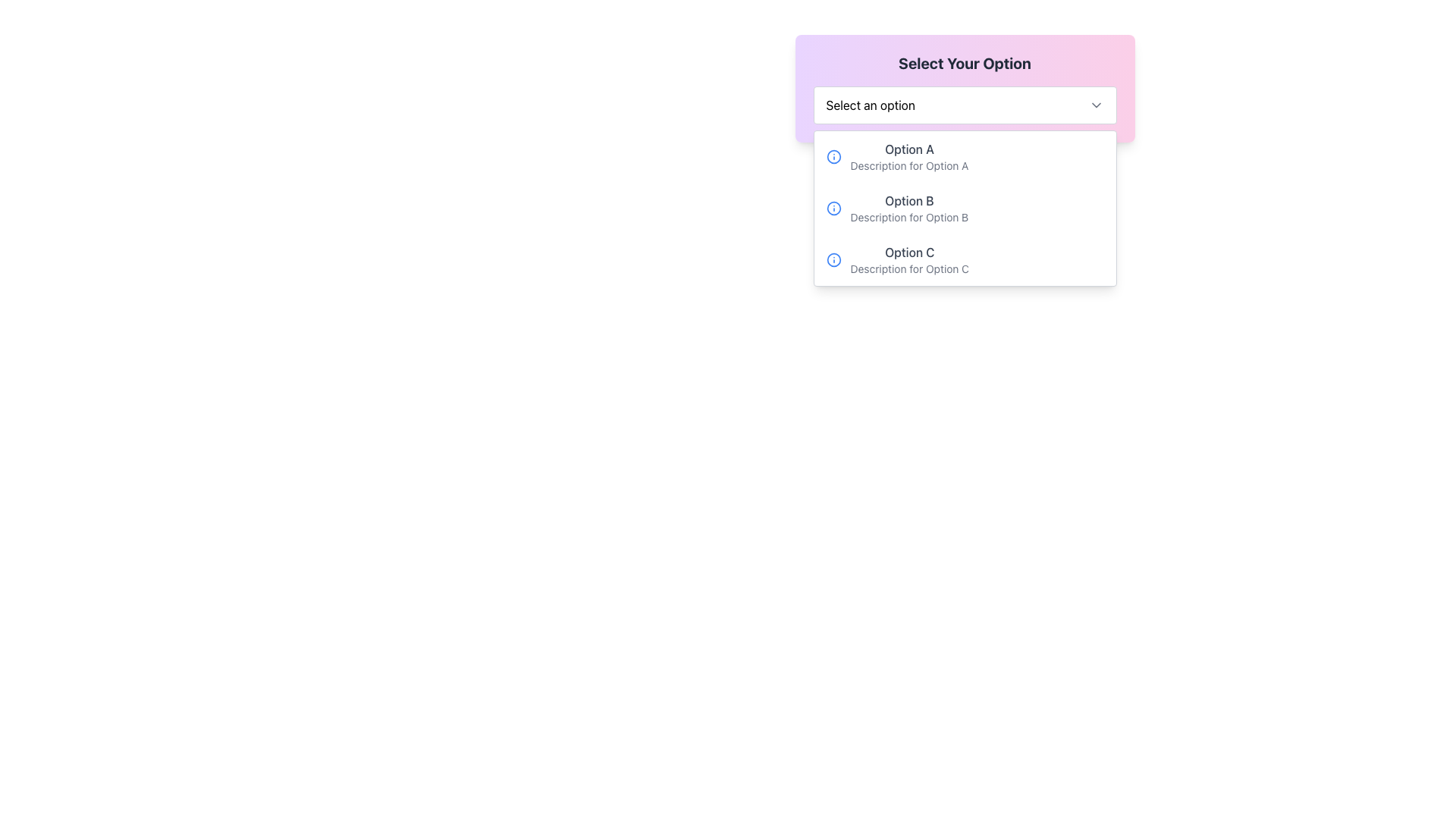 The width and height of the screenshot is (1456, 819). What do you see at coordinates (909, 268) in the screenshot?
I see `the text label providing additional information about 'Option C' in the dropdown menu, positioned directly below the label 'Option C'` at bounding box center [909, 268].